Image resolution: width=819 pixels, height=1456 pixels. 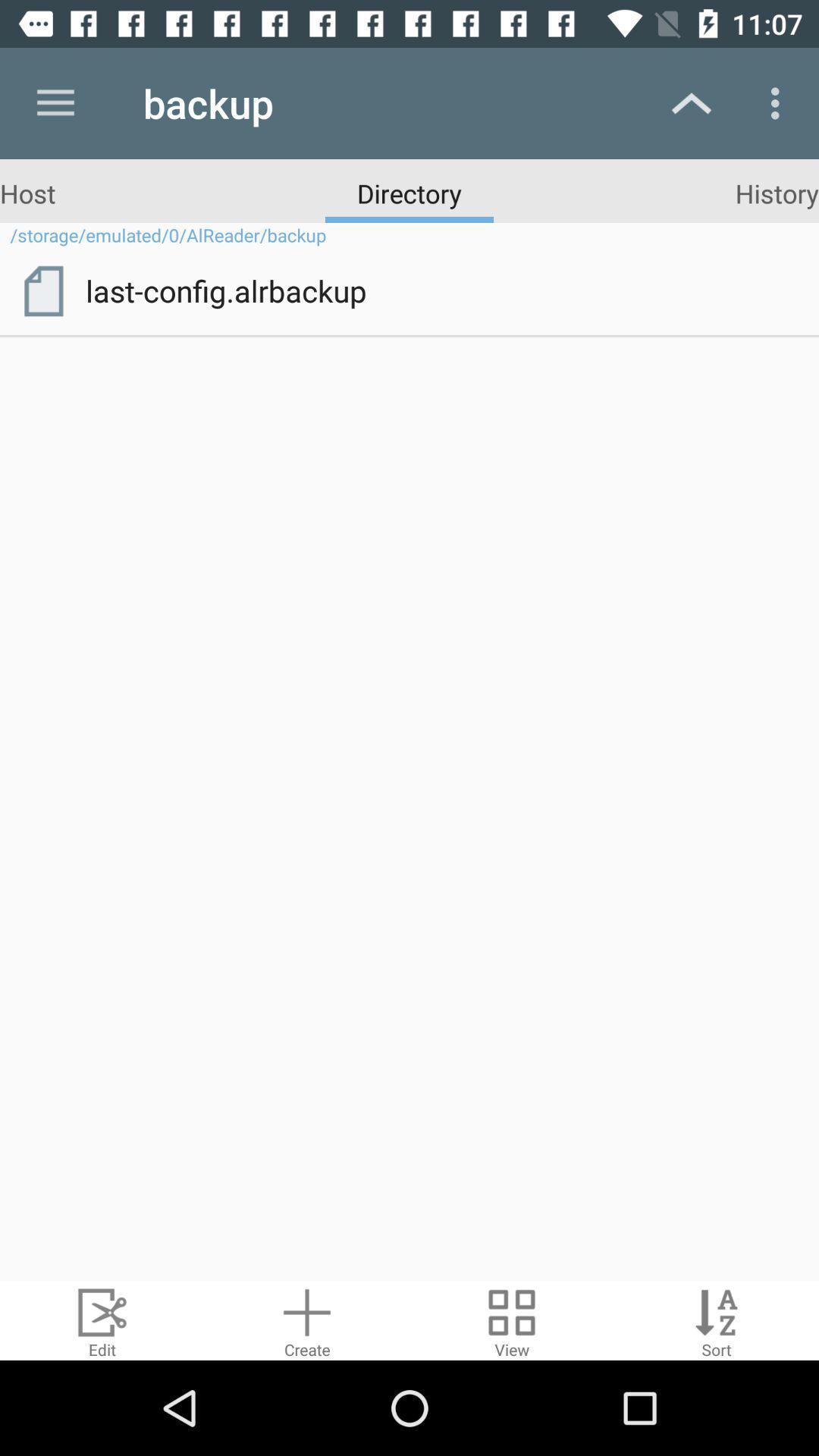 I want to click on edit option, so click(x=102, y=1319).